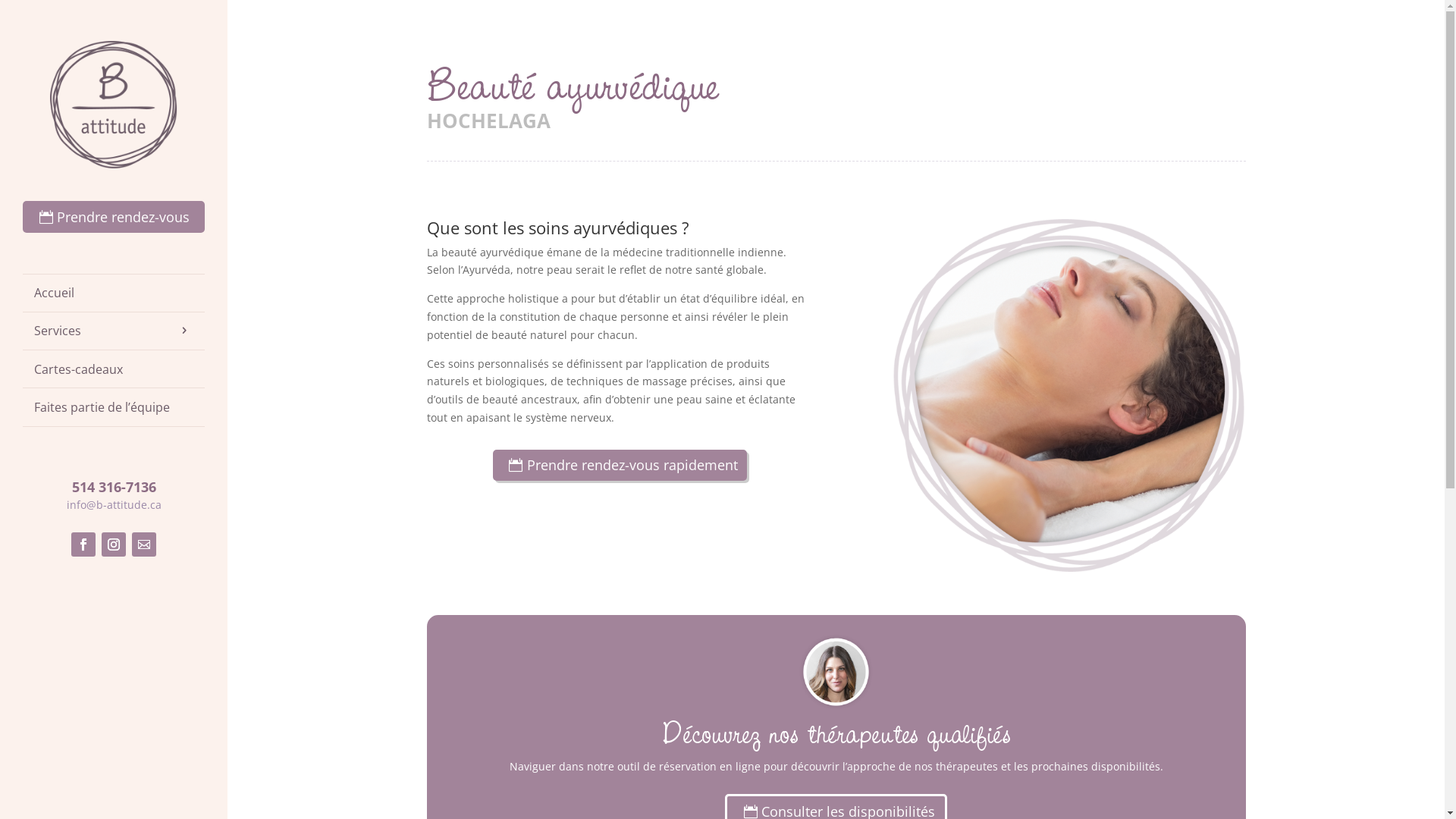  Describe the element at coordinates (620, 464) in the screenshot. I see `'Prendre rendez-vous rapidement'` at that location.